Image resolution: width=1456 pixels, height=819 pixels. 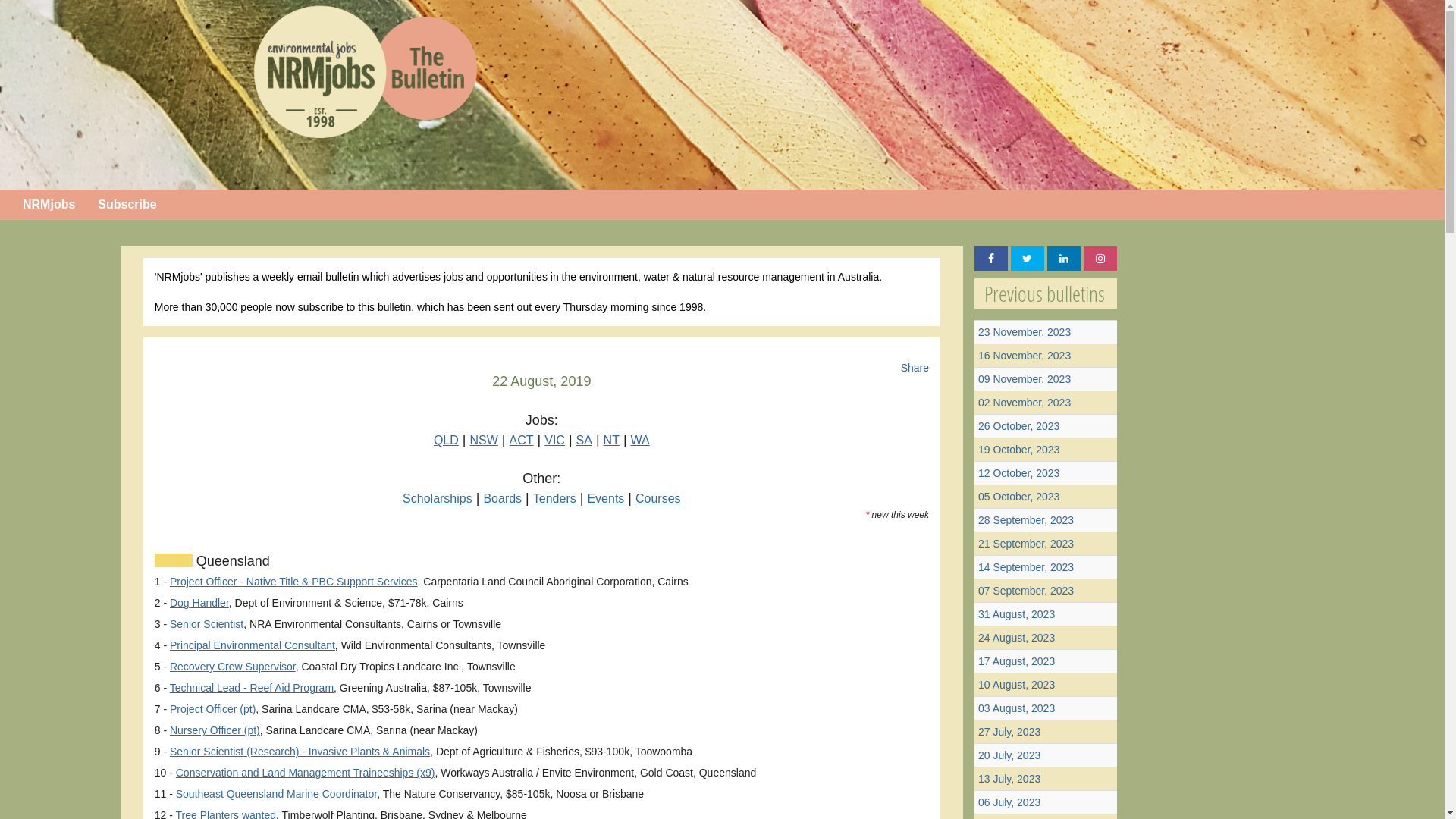 I want to click on '12 October, 2023', so click(x=1018, y=472).